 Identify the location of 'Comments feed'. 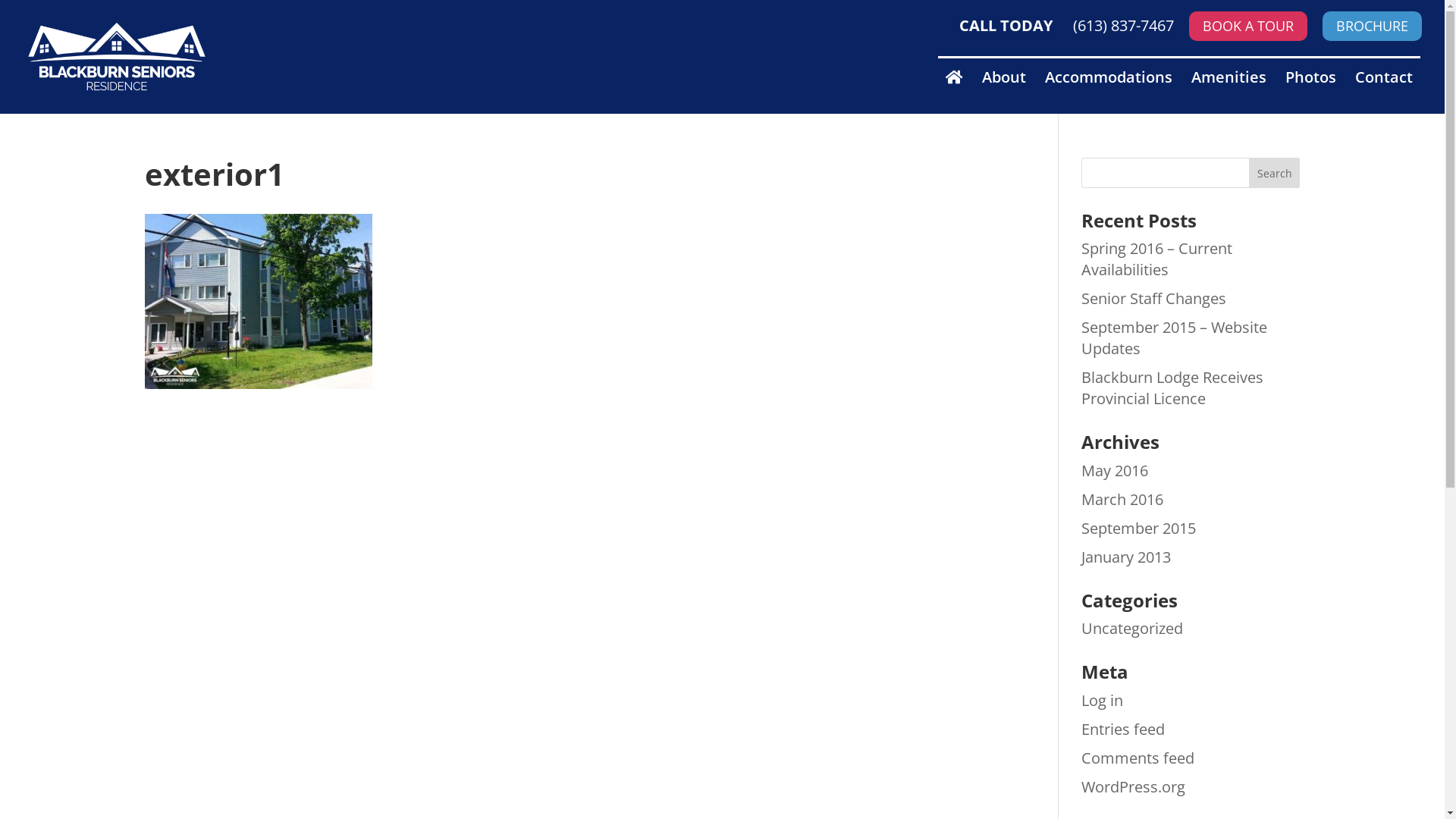
(1137, 758).